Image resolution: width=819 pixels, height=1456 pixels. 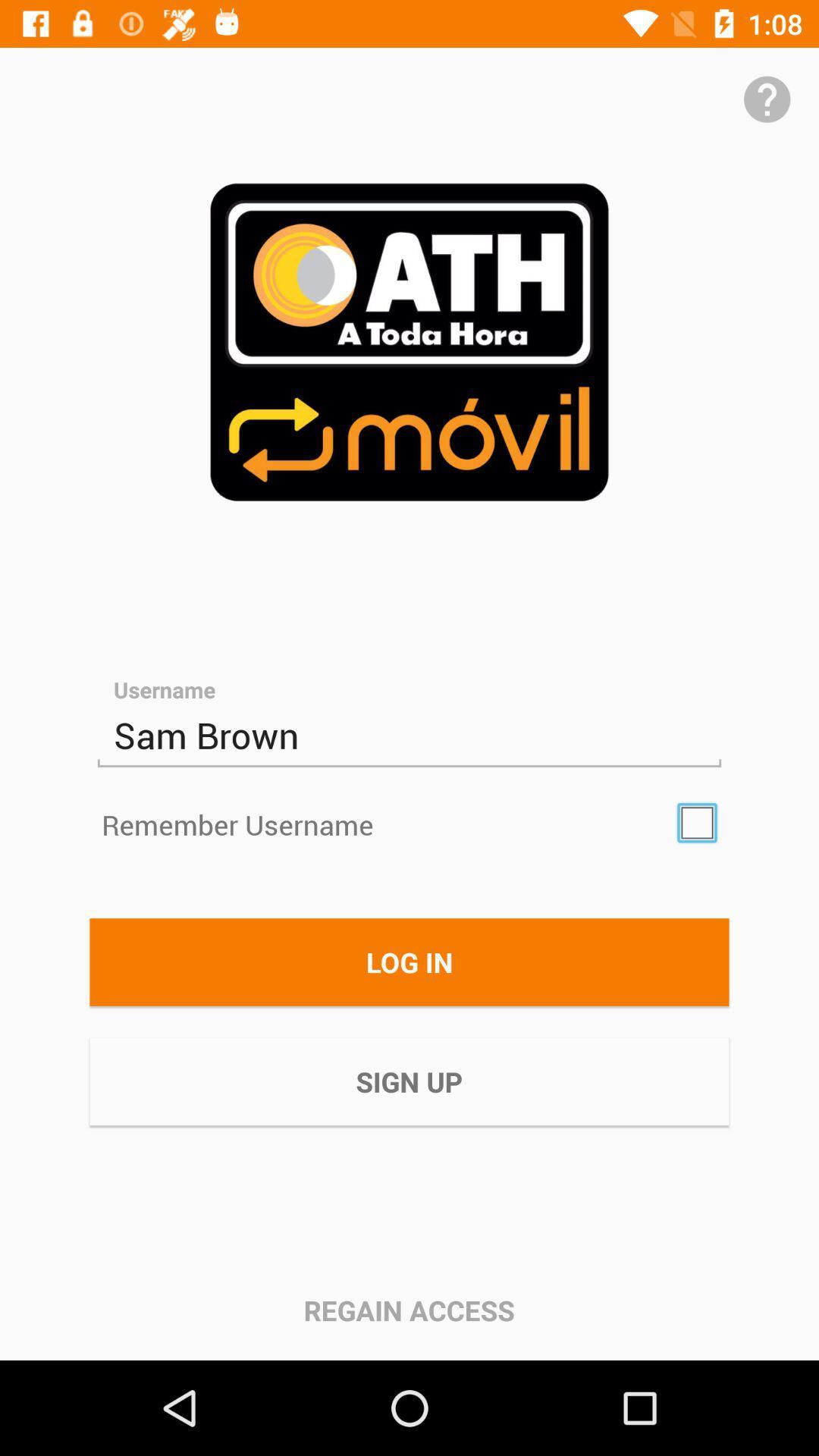 I want to click on the log in item, so click(x=409, y=961).